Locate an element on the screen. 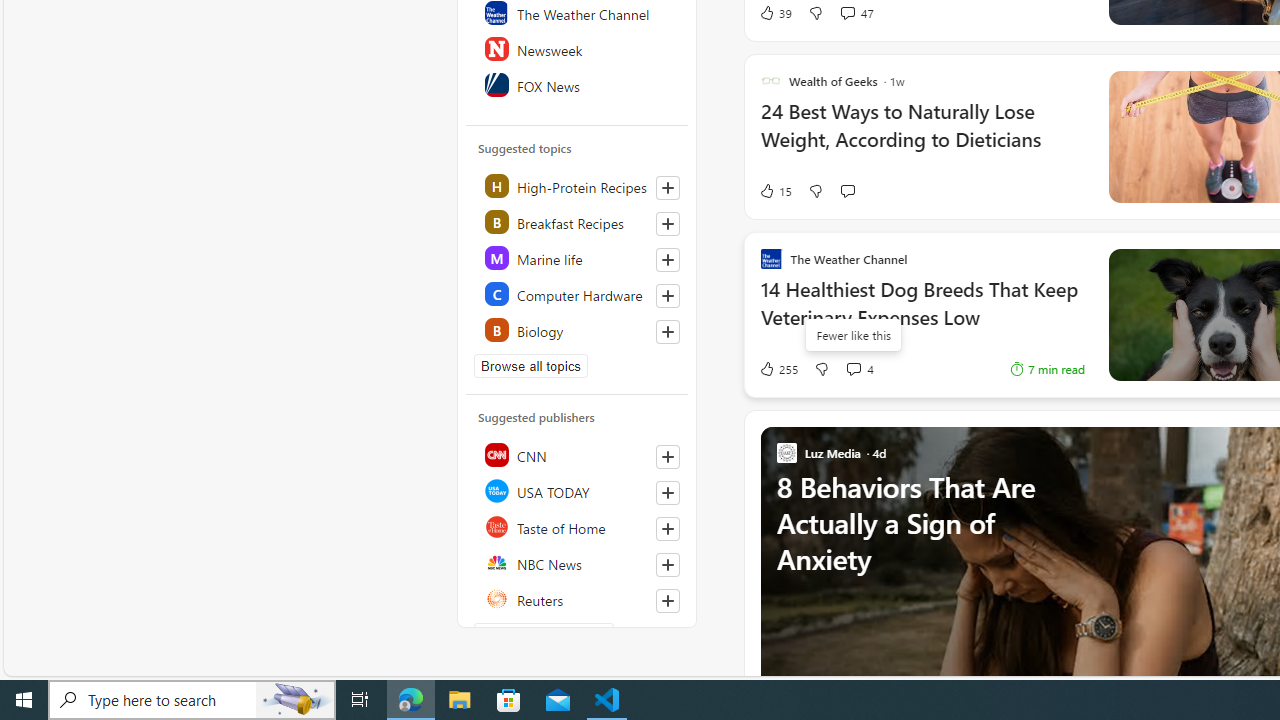 The image size is (1280, 720). '255 Like' is located at coordinates (777, 368).